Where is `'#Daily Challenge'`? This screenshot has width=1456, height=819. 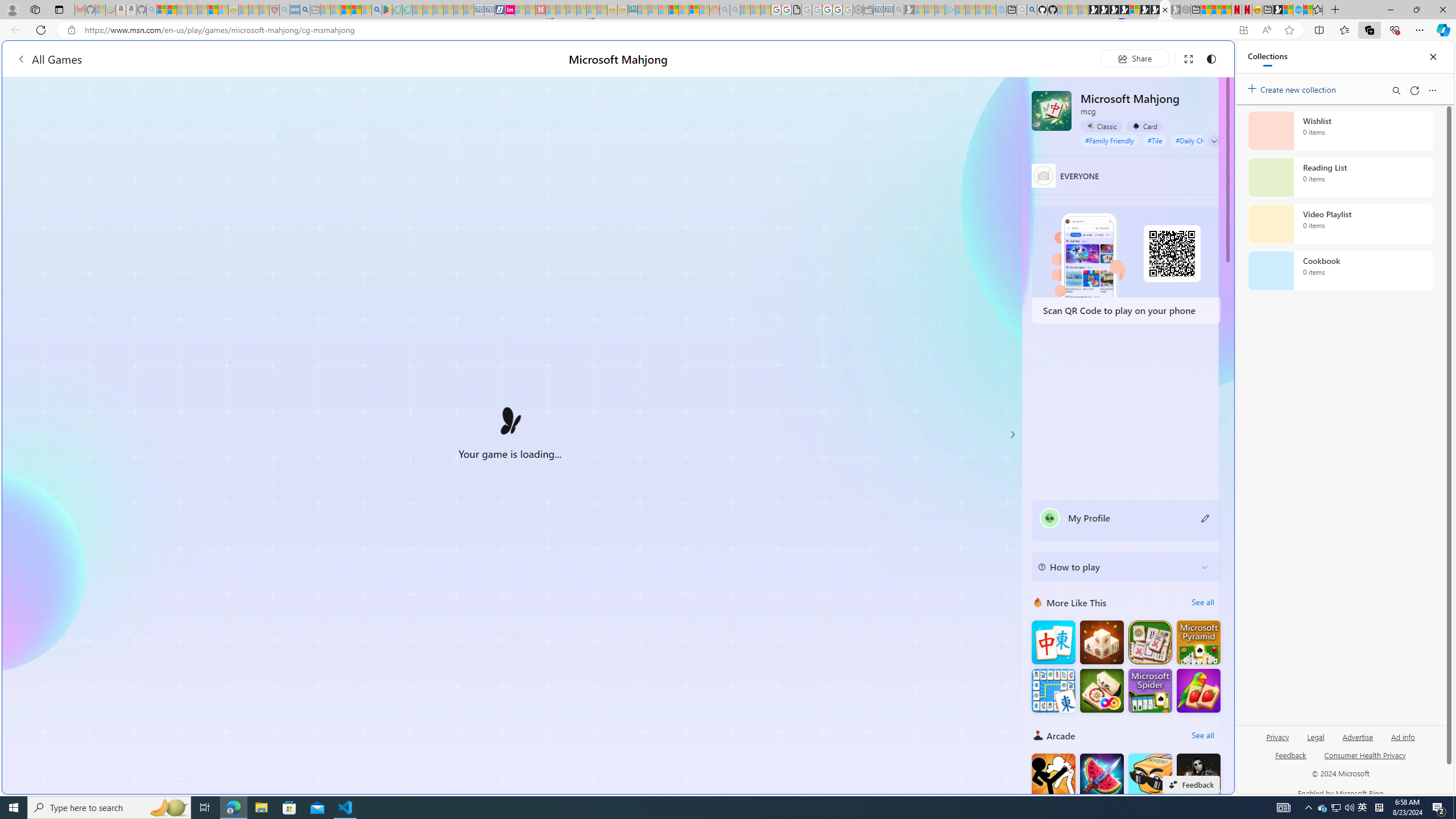 '#Daily Challenge' is located at coordinates (1201, 139).